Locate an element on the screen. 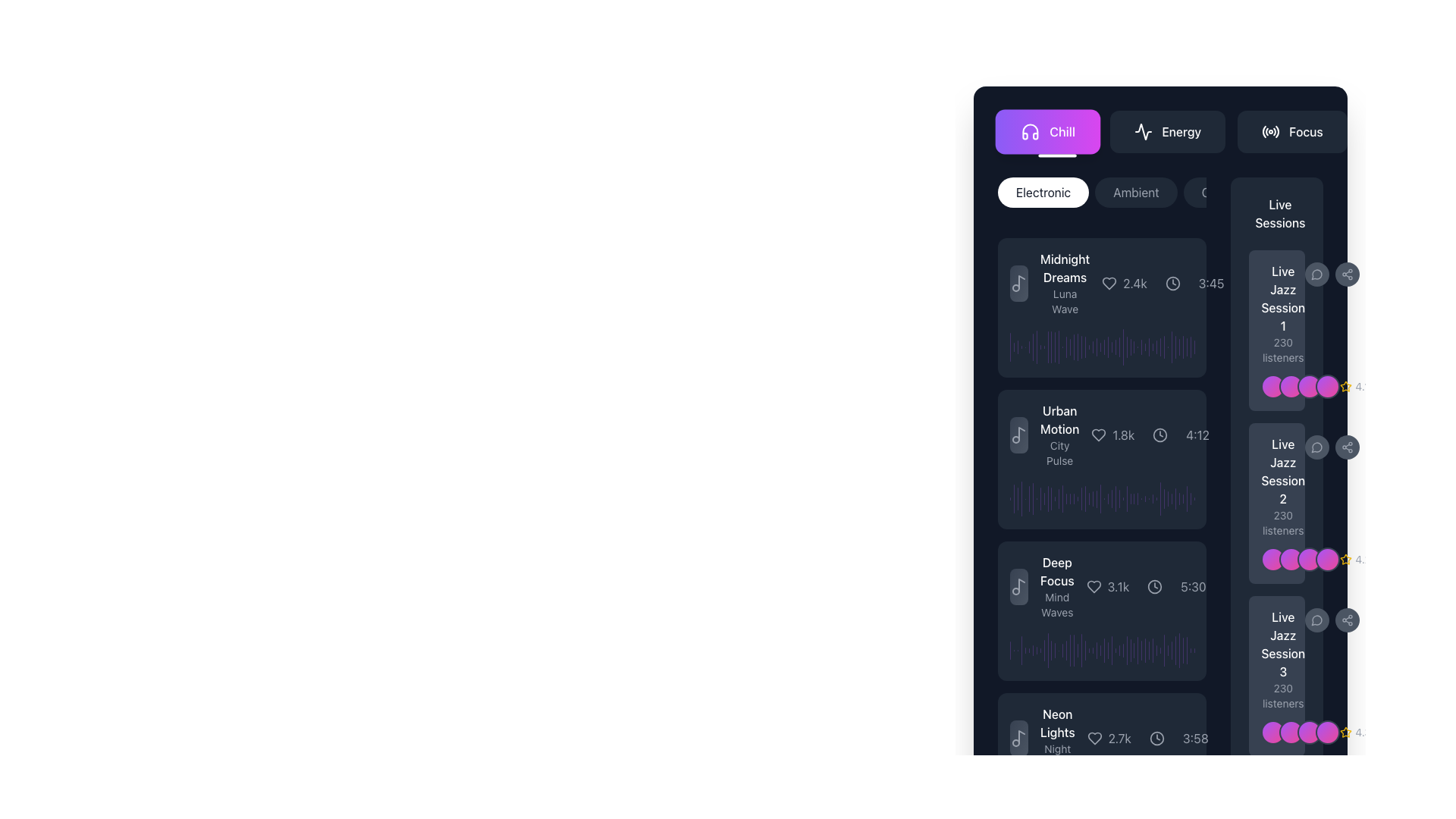 The image size is (1456, 819). the 41st decorative vertical bar in the series, which contributes to a visualization or chart is located at coordinates (1159, 801).